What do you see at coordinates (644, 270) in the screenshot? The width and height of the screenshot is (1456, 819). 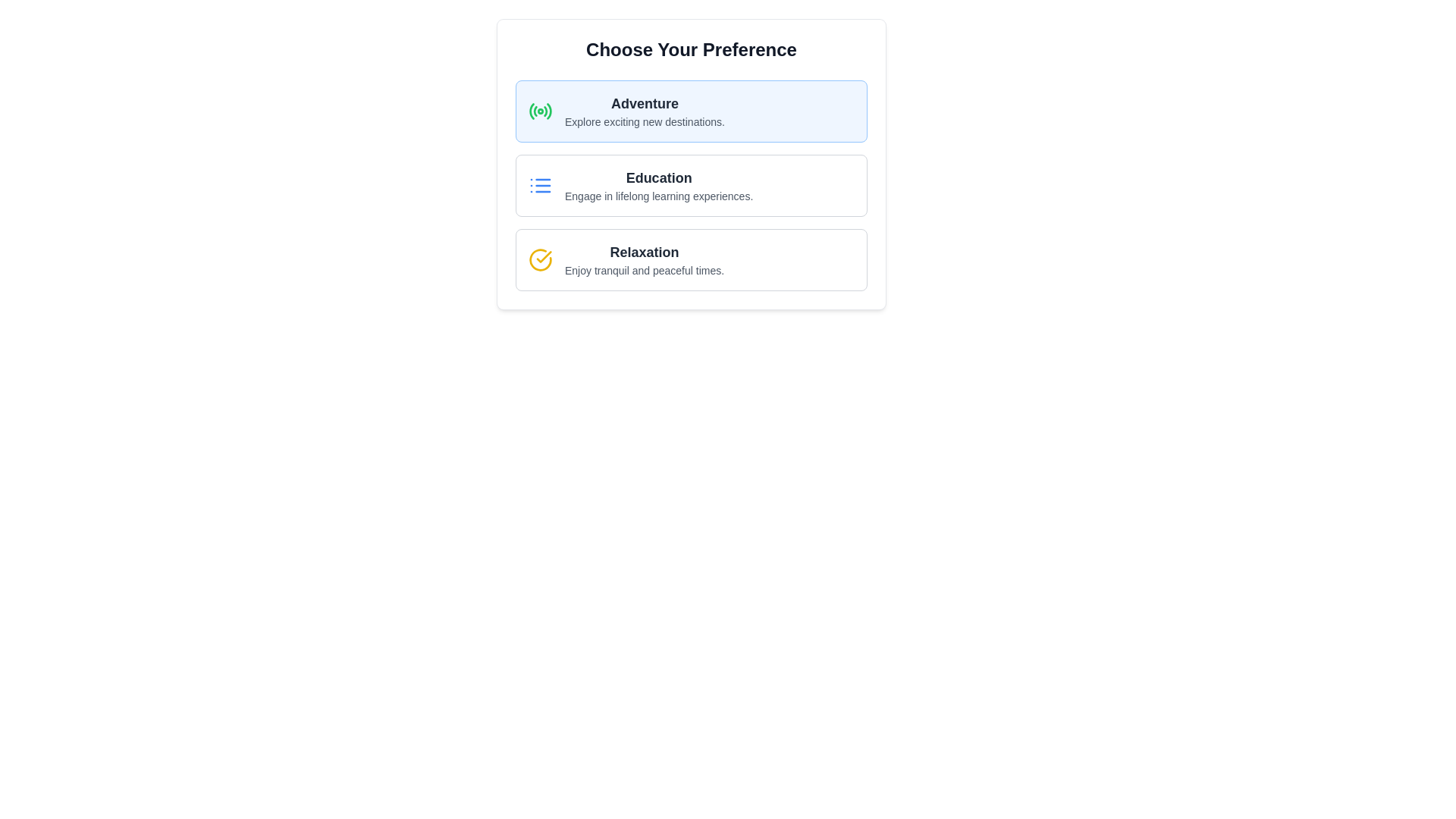 I see `the static text element that provides additional context about the 'Relaxation' option, located below the heading 'Relaxation'` at bounding box center [644, 270].